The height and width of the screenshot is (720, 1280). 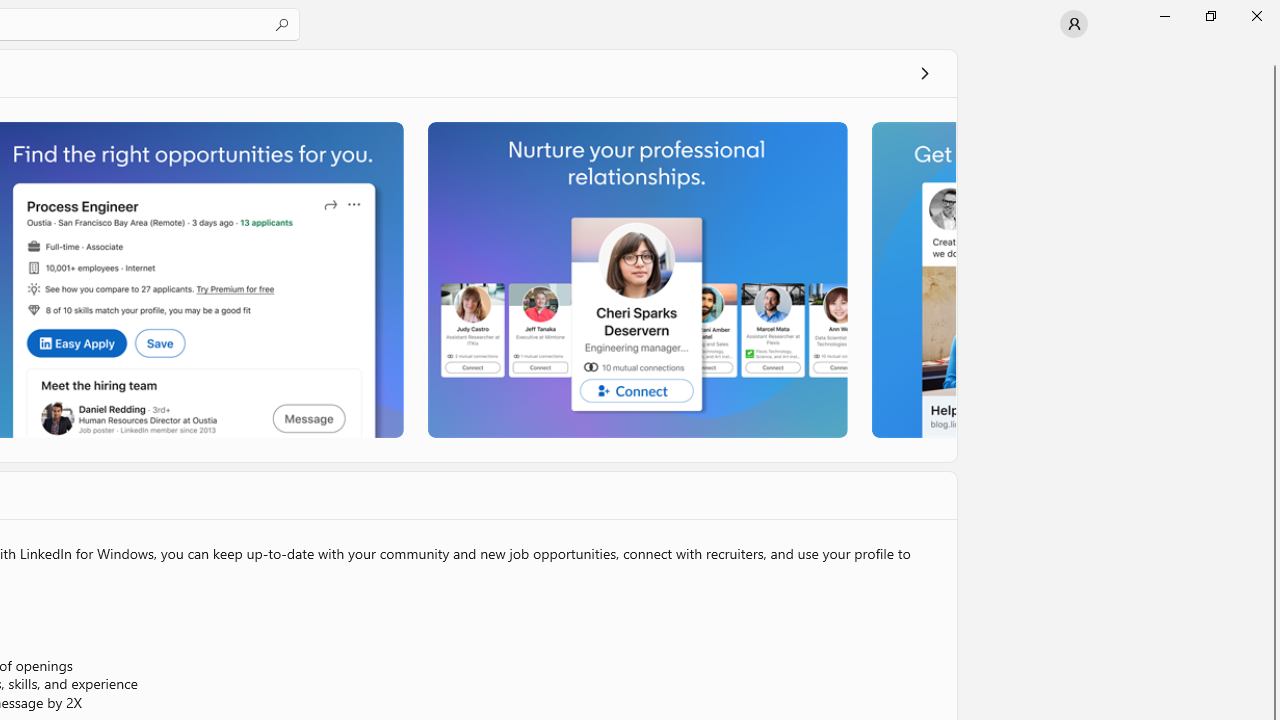 I want to click on 'Screenshot 3', so click(x=635, y=279).